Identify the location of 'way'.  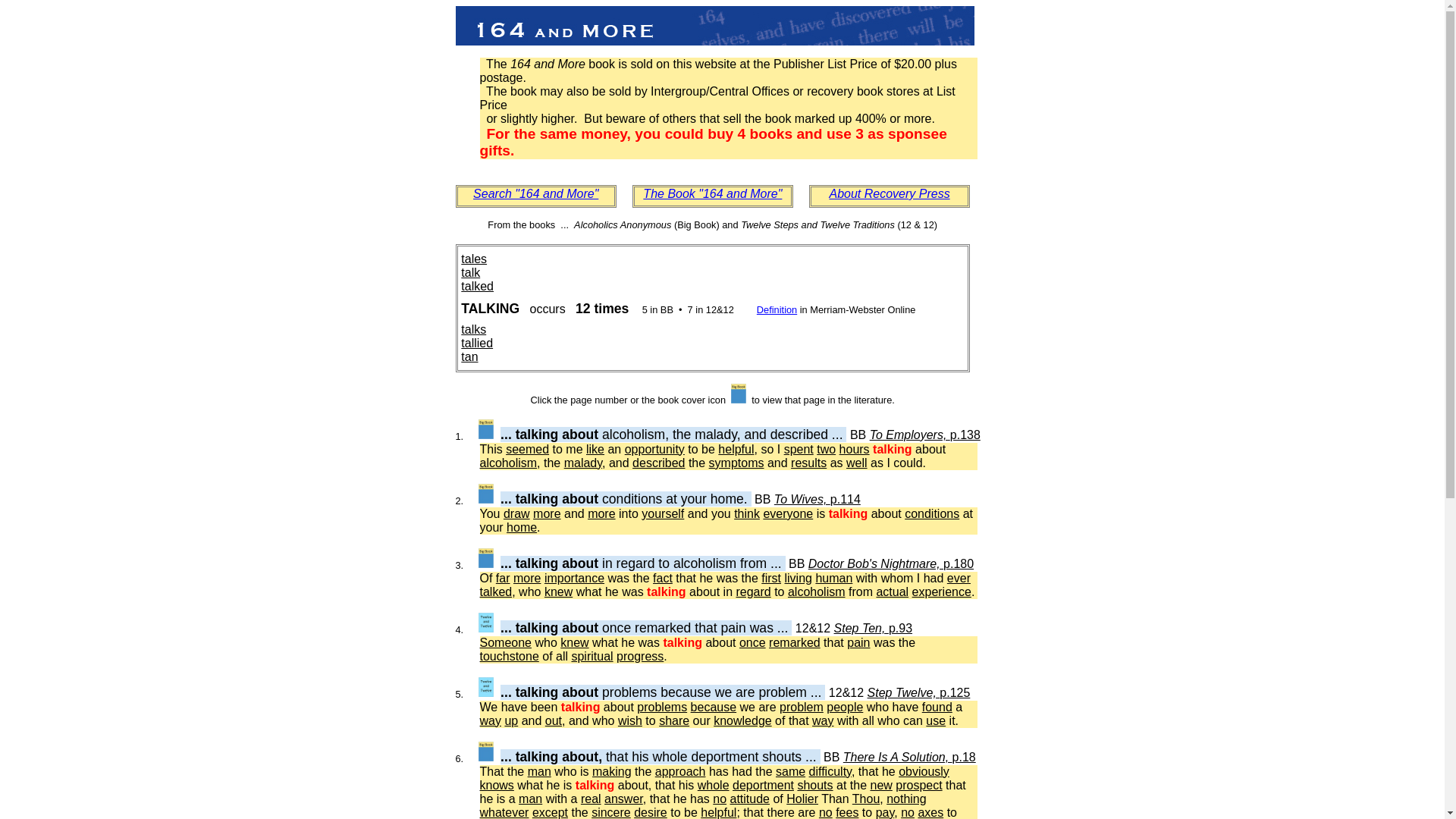
(490, 720).